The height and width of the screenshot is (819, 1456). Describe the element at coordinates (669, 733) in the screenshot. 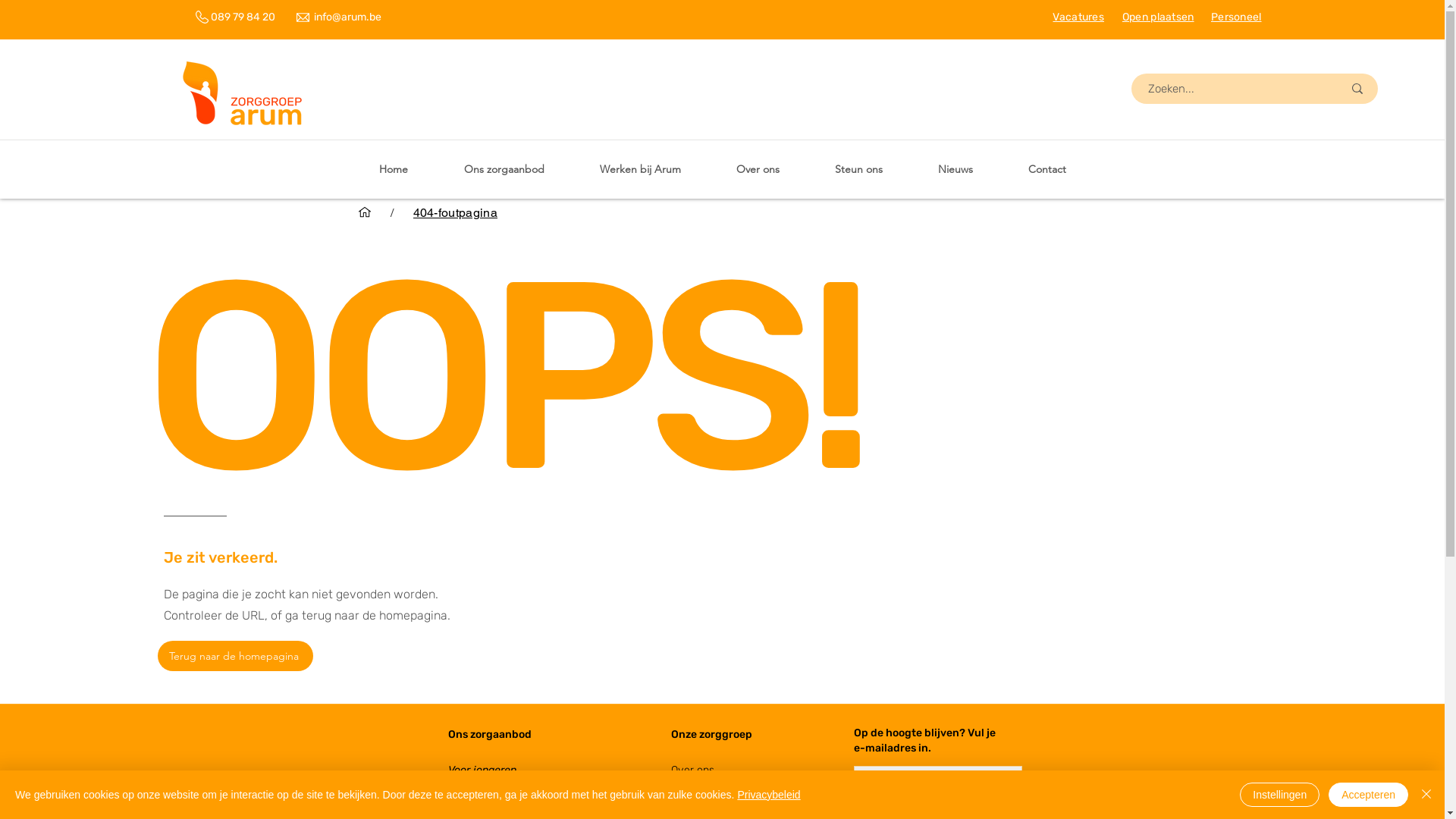

I see `'Onze zorggroep'` at that location.